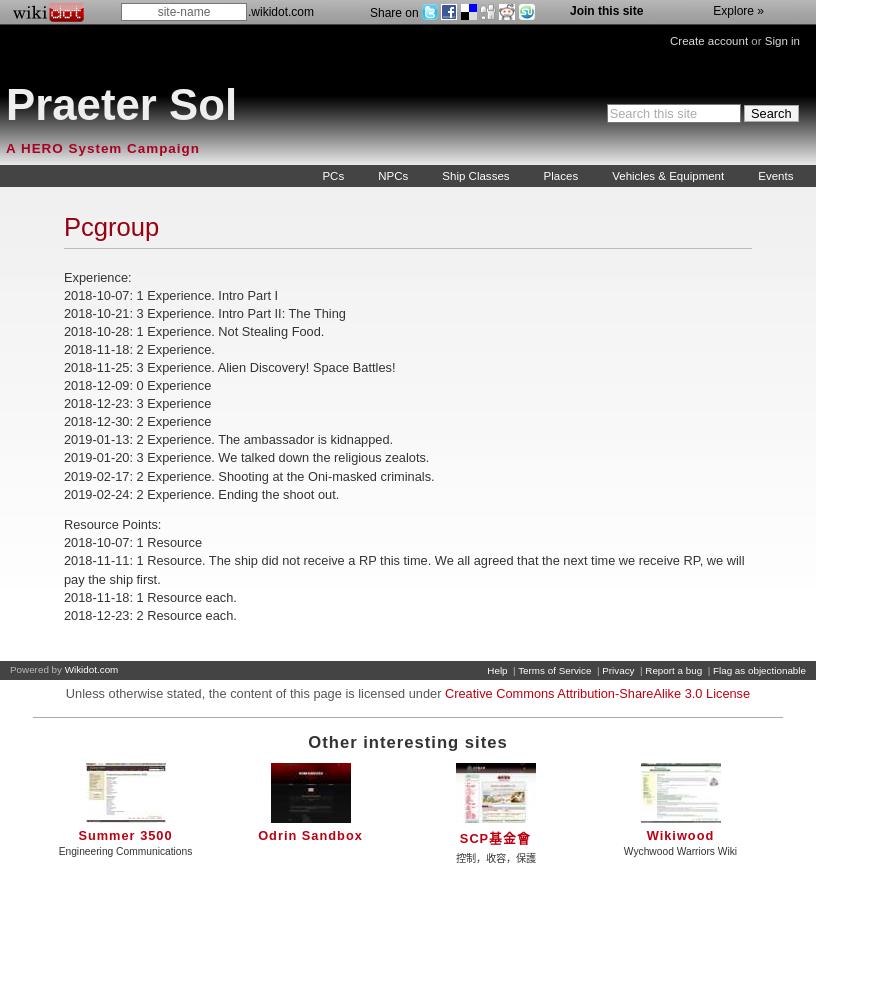 This screenshot has width=886, height=1000. What do you see at coordinates (679, 850) in the screenshot?
I see `'Wychwood Warriors Wiki'` at bounding box center [679, 850].